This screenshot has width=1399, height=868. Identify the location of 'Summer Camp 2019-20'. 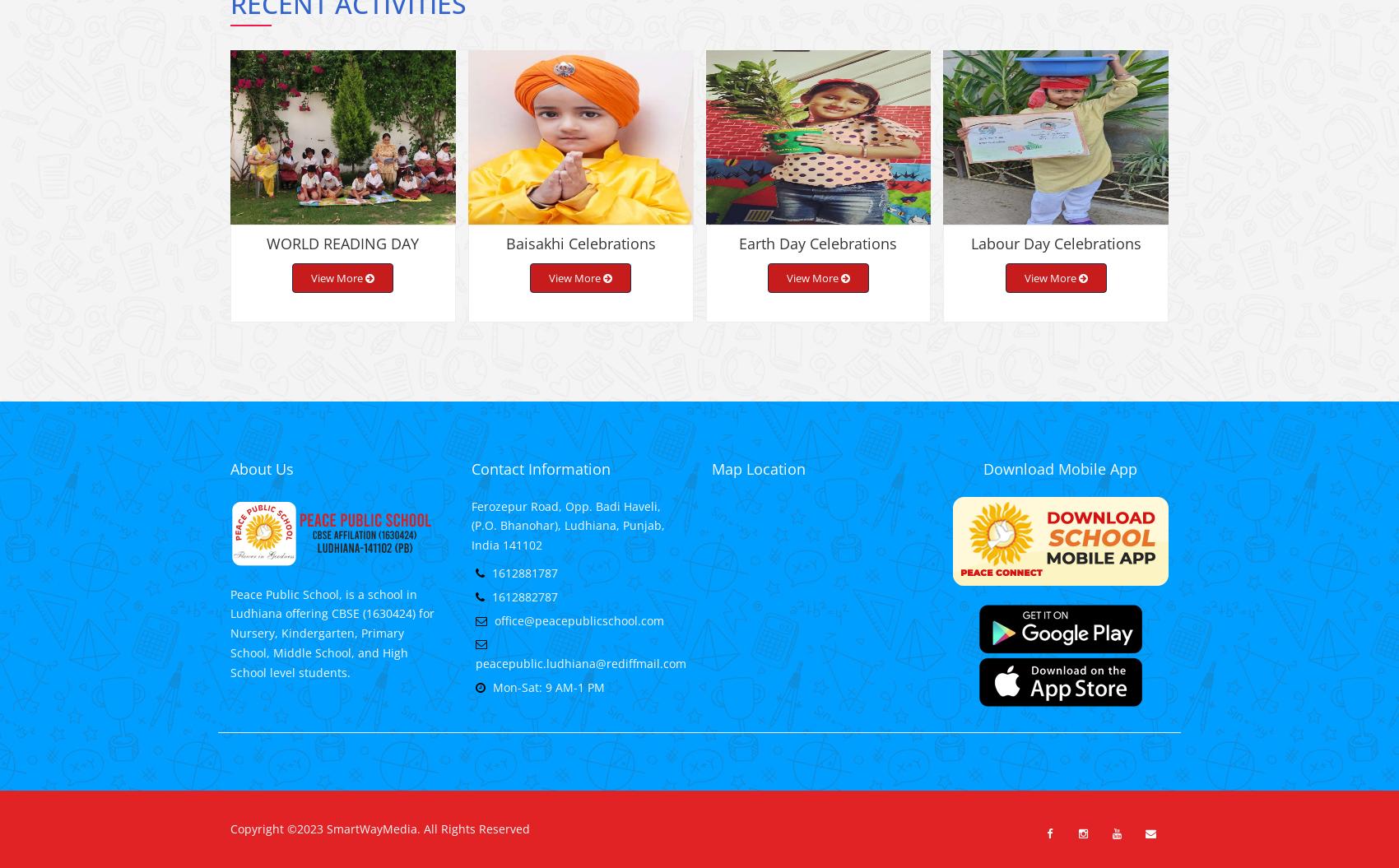
(1293, 255).